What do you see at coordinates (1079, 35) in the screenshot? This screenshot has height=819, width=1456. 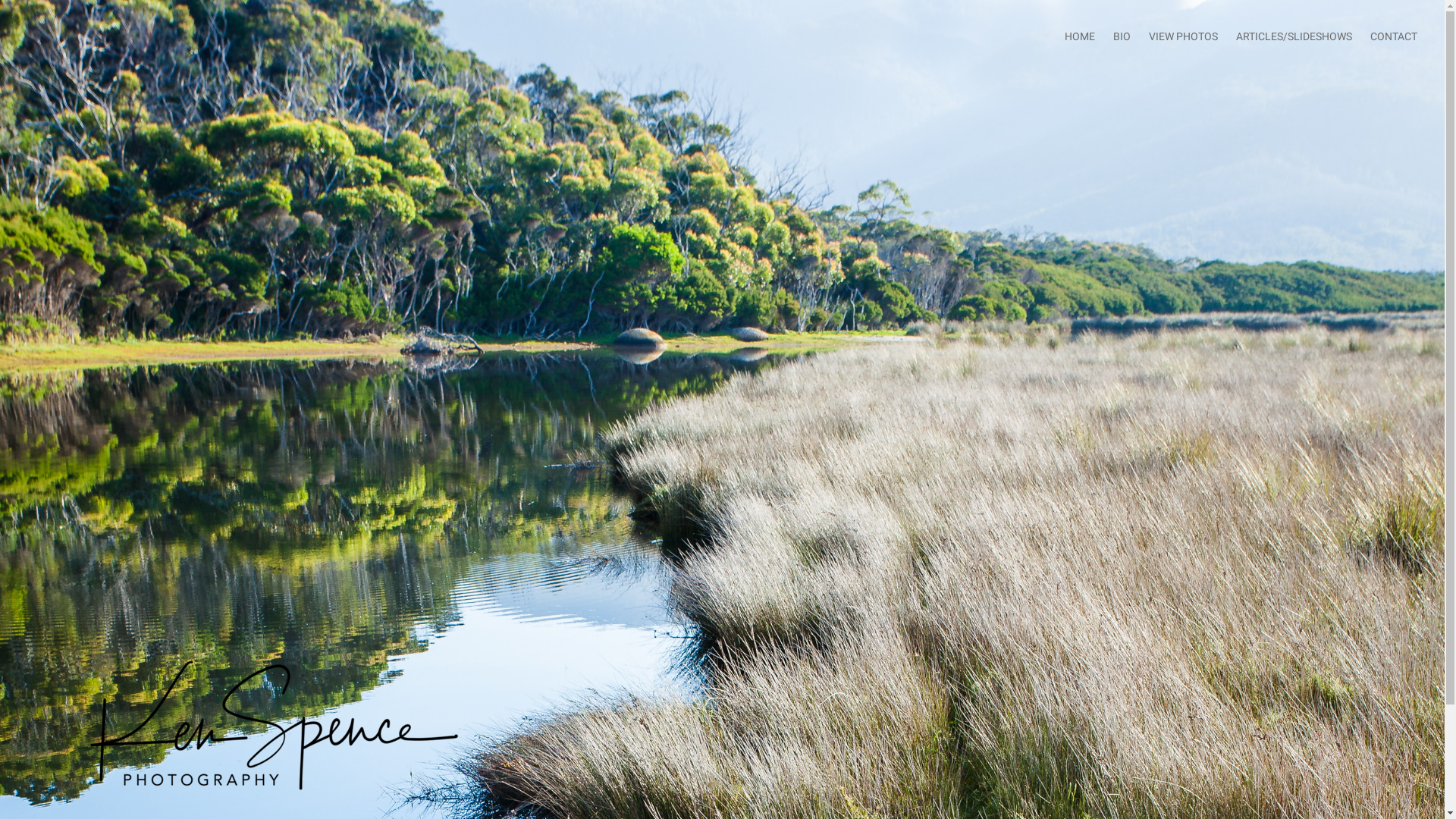 I see `'HOME'` at bounding box center [1079, 35].